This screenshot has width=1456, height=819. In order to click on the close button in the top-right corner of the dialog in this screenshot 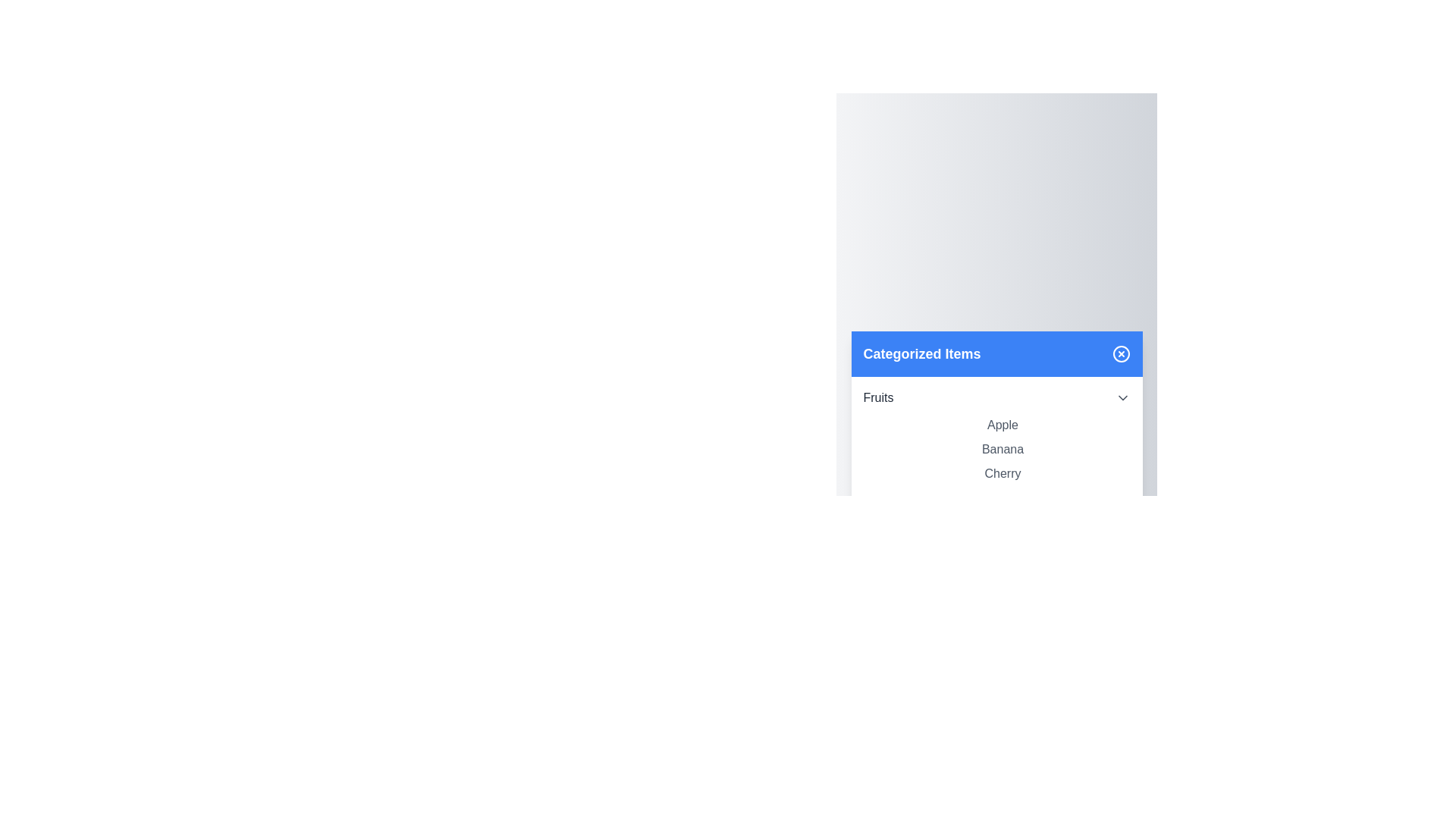, I will do `click(1121, 353)`.